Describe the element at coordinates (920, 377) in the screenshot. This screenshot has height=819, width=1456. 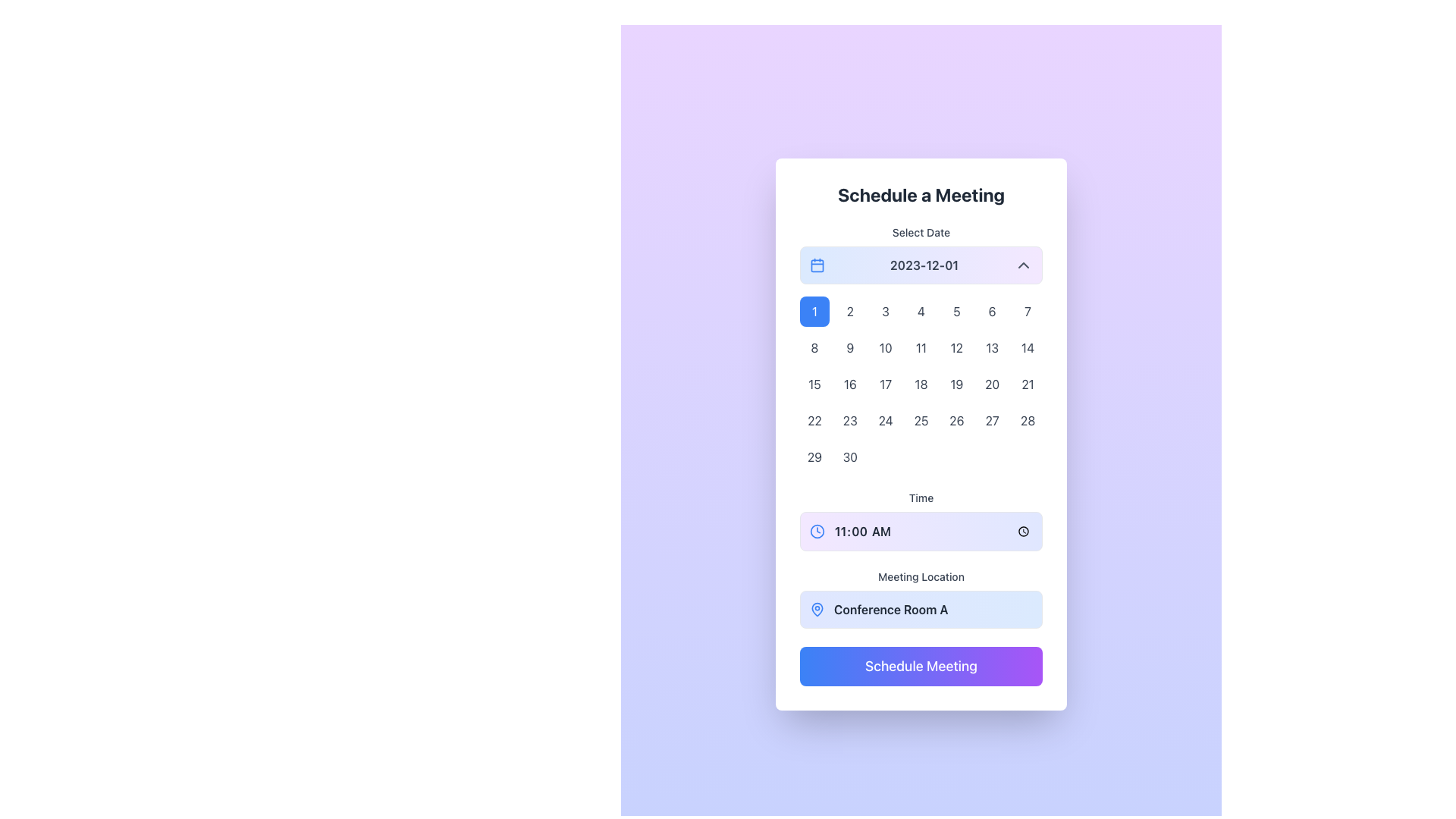
I see `the interactive cell in the calendar grid` at that location.